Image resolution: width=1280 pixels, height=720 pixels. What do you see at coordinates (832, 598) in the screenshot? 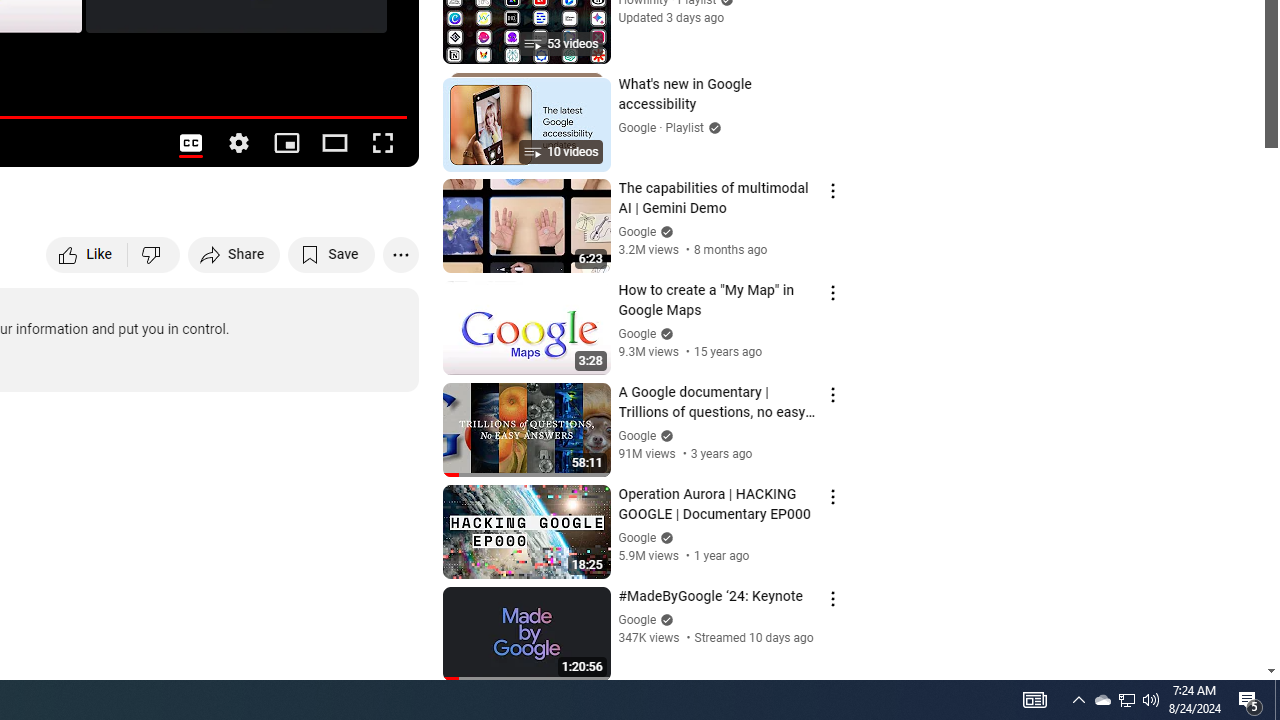
I see `'Action menu'` at bounding box center [832, 598].